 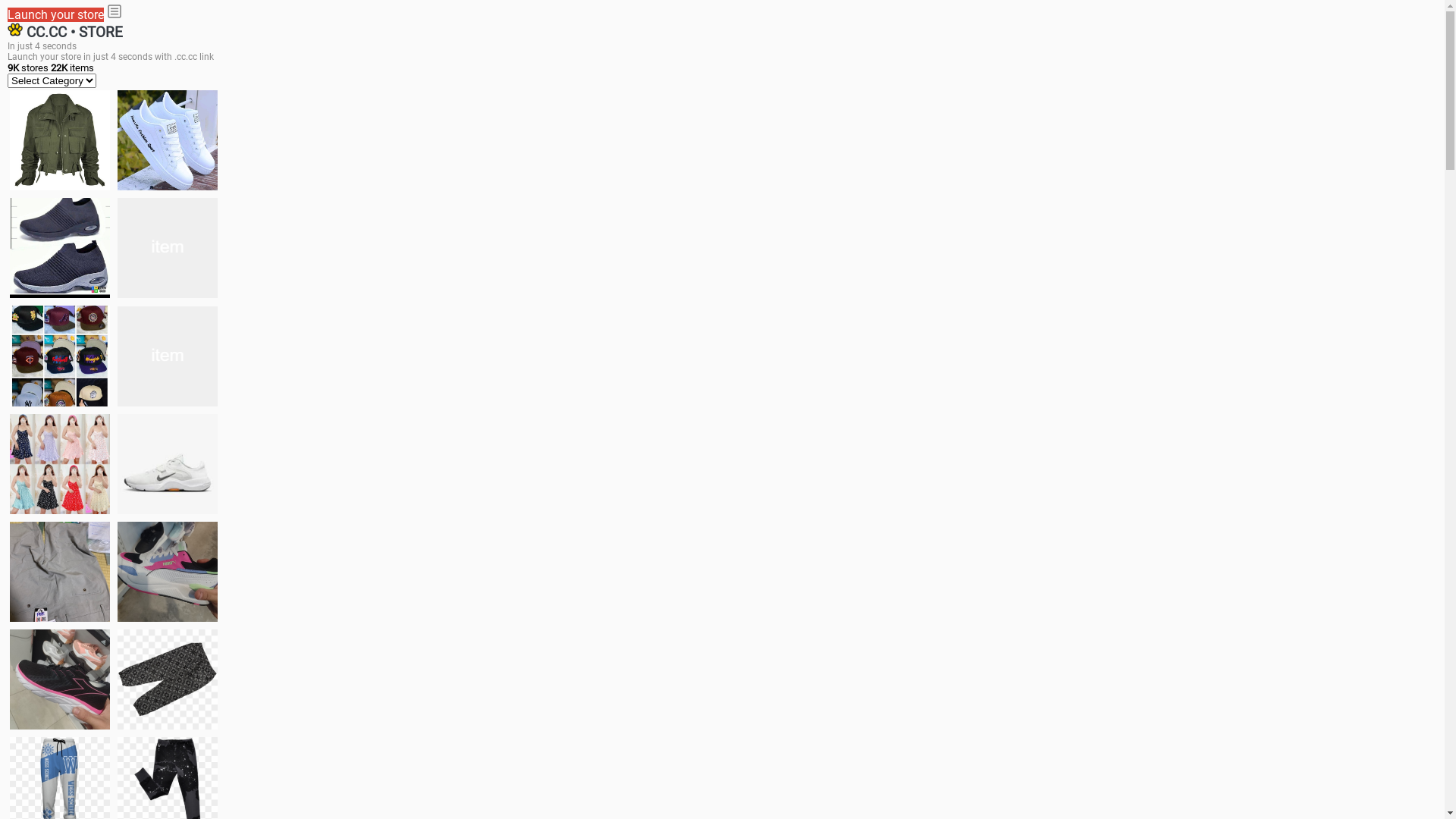 I want to click on 'Zapatillas pumas', so click(x=116, y=571).